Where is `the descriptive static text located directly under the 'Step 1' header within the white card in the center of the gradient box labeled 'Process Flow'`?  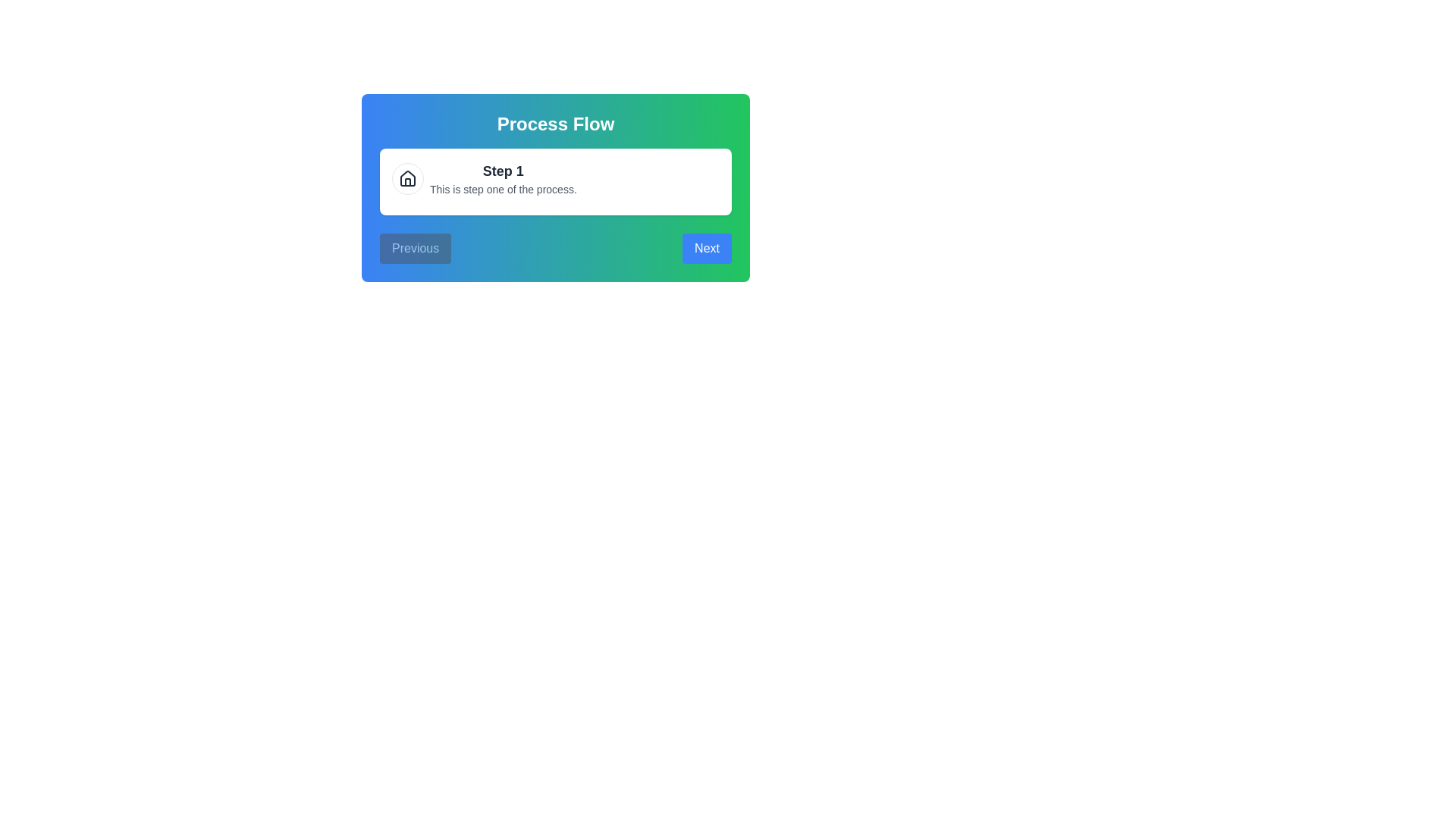
the descriptive static text located directly under the 'Step 1' header within the white card in the center of the gradient box labeled 'Process Flow' is located at coordinates (503, 189).